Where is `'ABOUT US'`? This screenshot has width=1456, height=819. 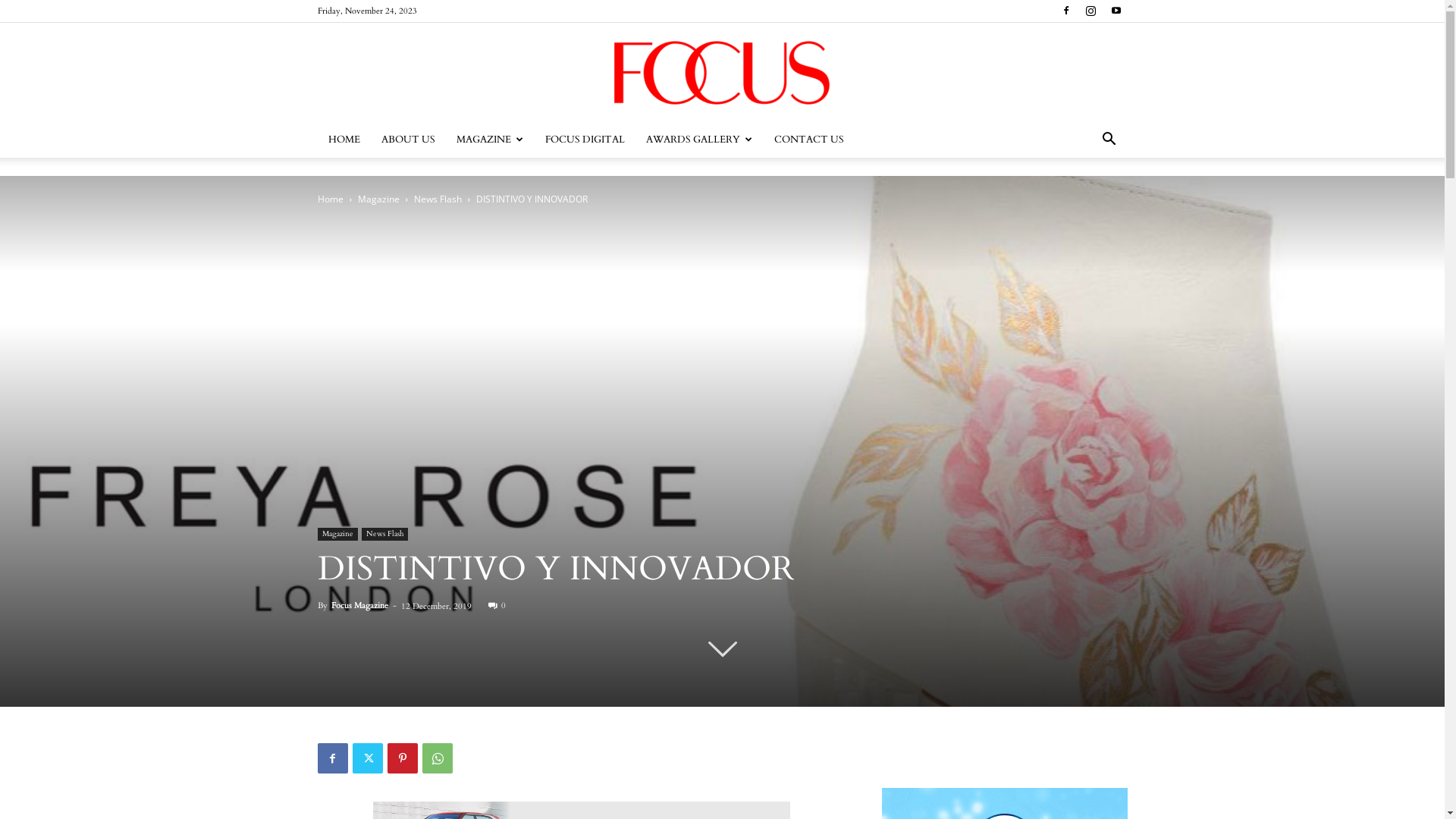
'ABOUT US' is located at coordinates (370, 140).